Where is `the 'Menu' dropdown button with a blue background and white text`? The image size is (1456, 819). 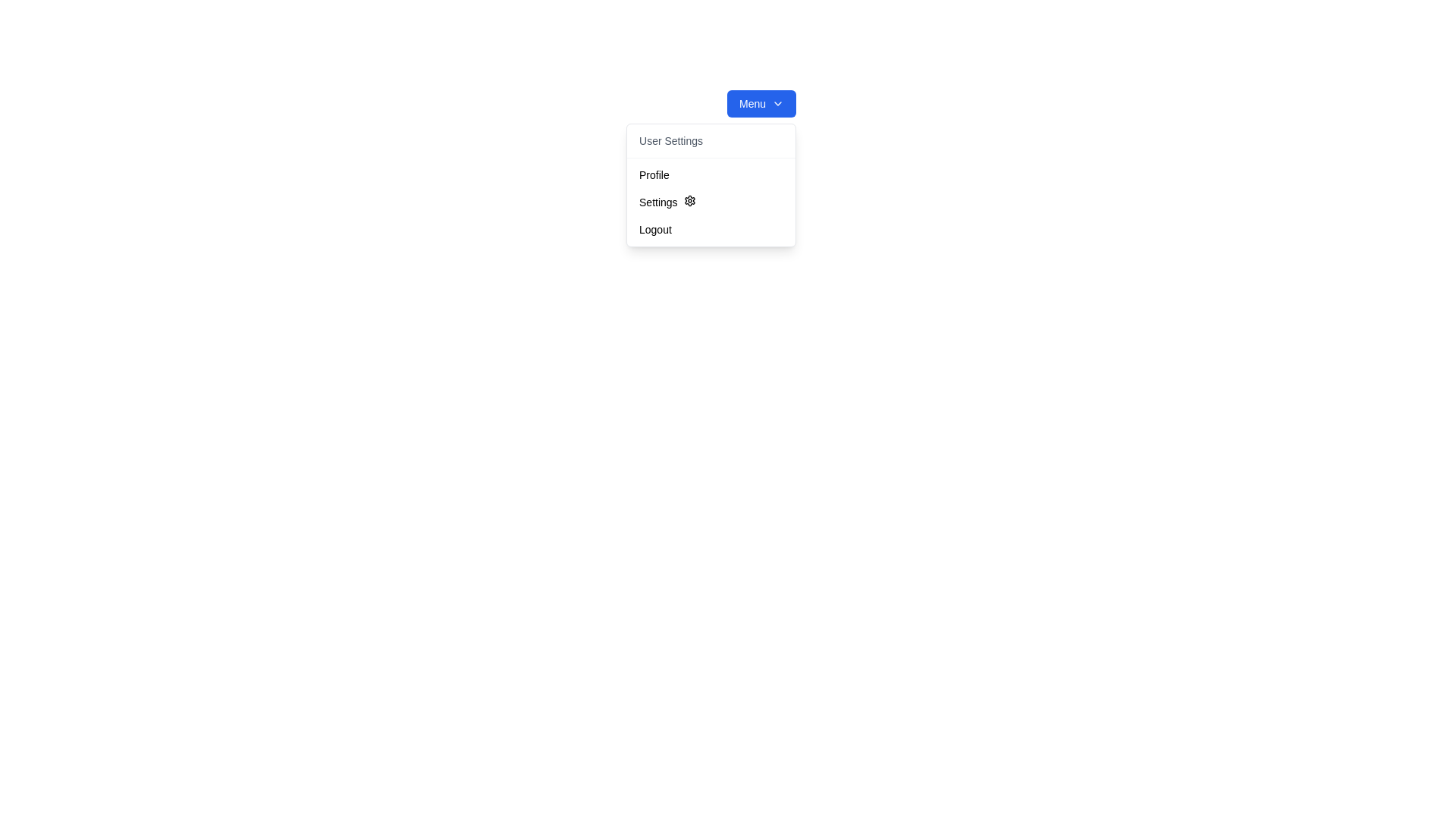 the 'Menu' dropdown button with a blue background and white text is located at coordinates (761, 103).